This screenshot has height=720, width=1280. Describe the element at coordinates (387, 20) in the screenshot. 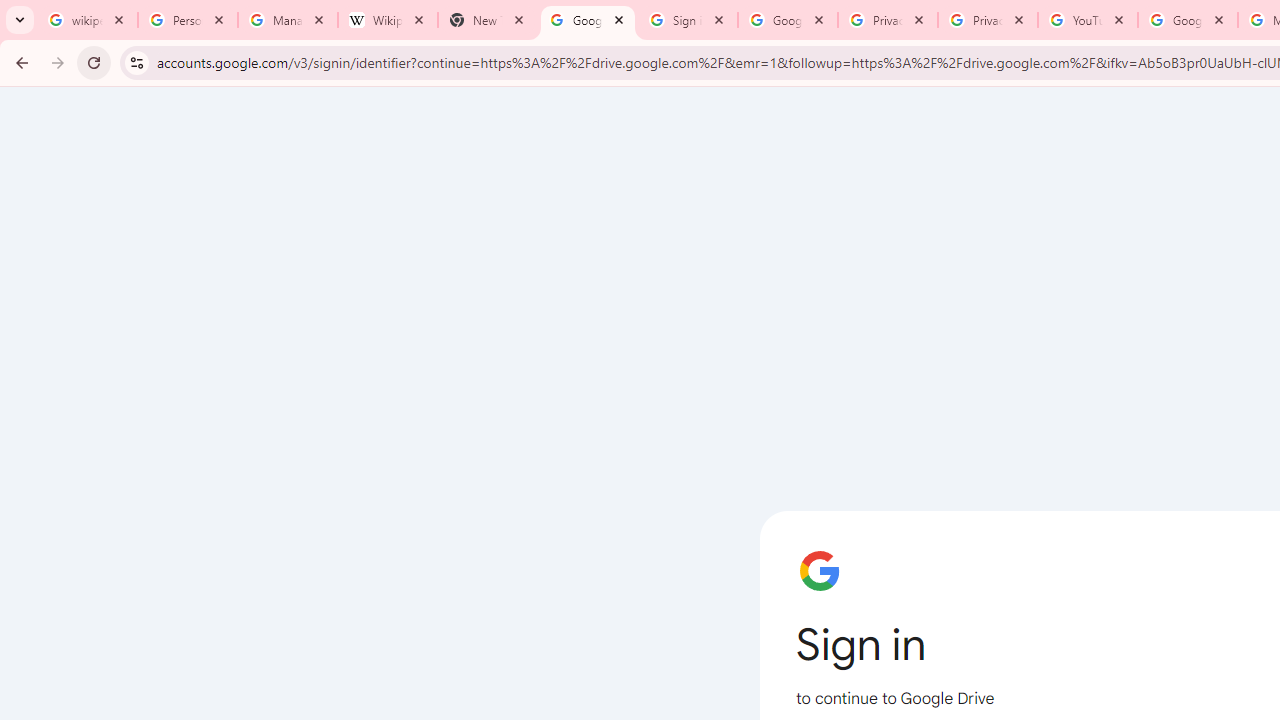

I see `'Wikipedia:Edit requests - Wikipedia'` at that location.